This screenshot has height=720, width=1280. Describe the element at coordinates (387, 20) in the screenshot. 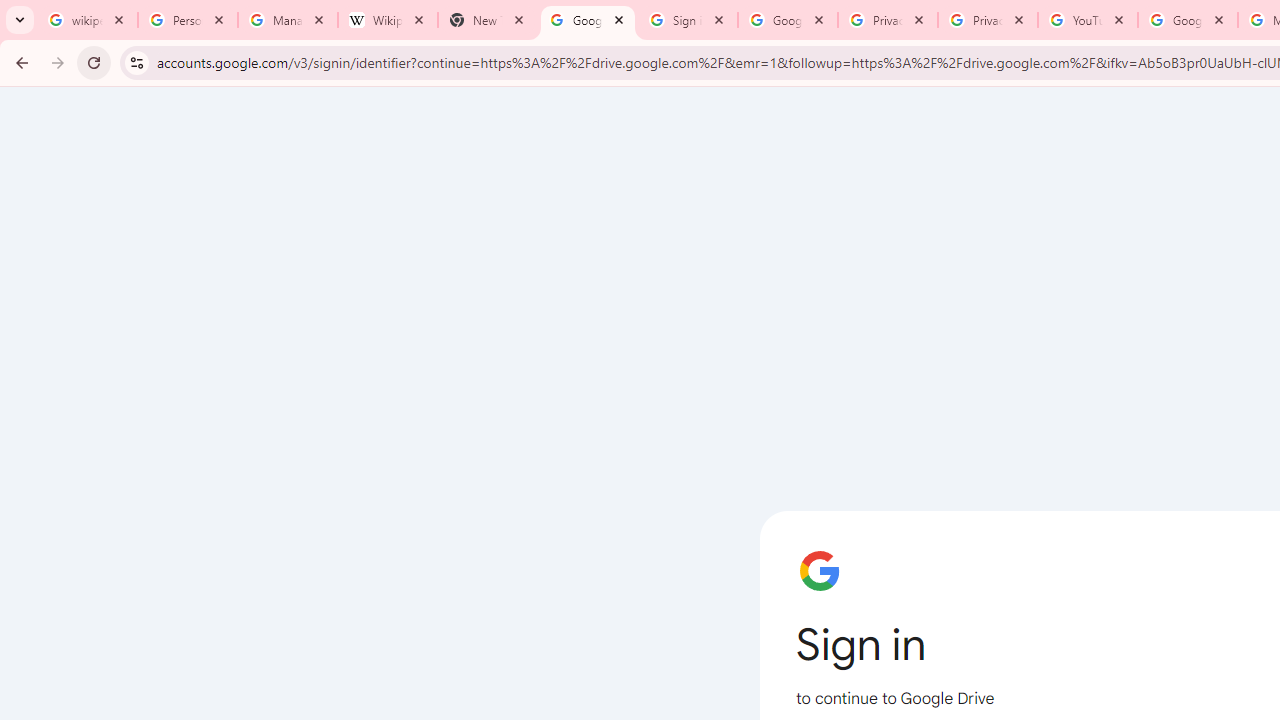

I see `'Wikipedia:Edit requests - Wikipedia'` at that location.